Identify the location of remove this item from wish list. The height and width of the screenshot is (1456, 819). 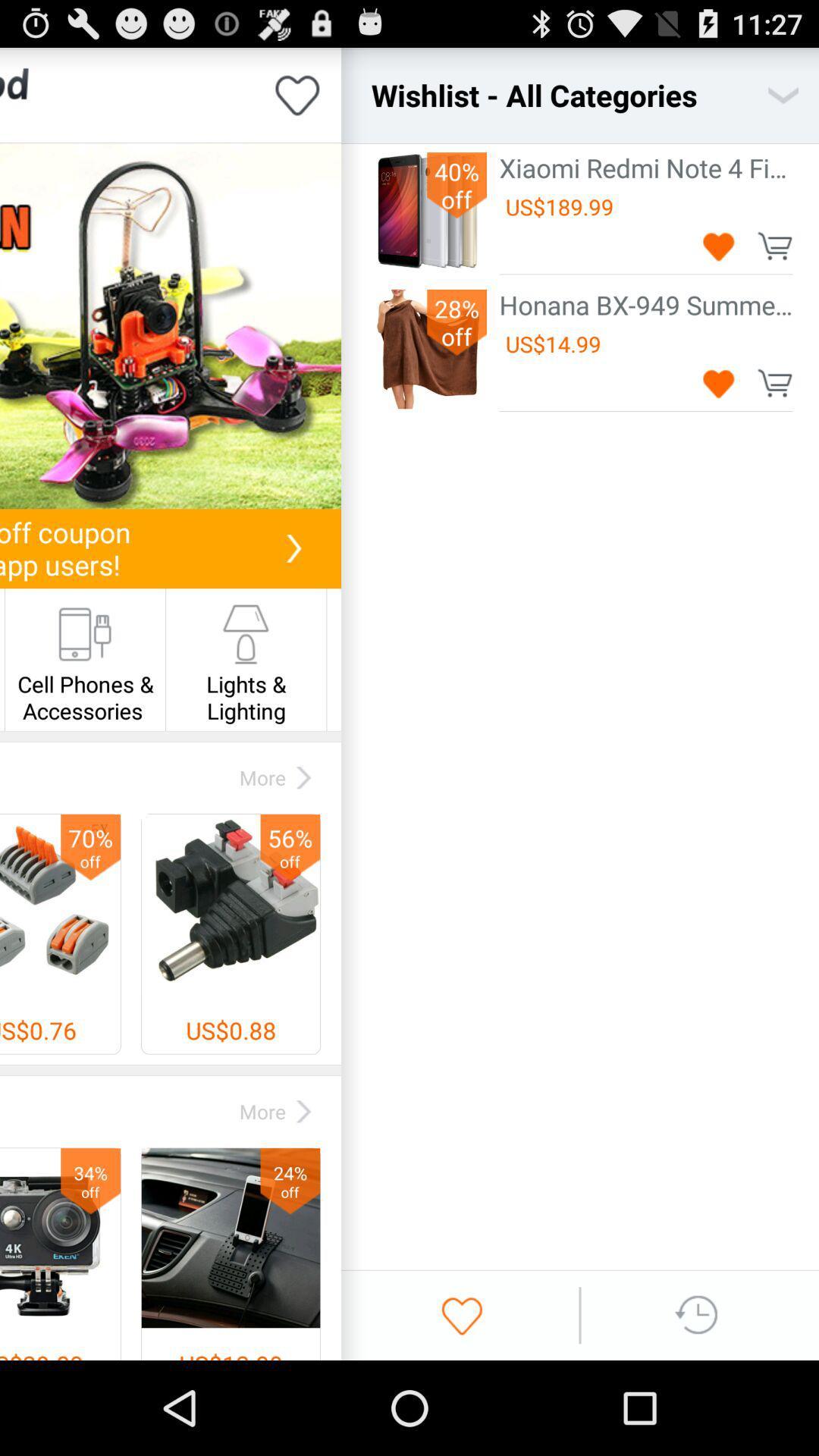
(718, 246).